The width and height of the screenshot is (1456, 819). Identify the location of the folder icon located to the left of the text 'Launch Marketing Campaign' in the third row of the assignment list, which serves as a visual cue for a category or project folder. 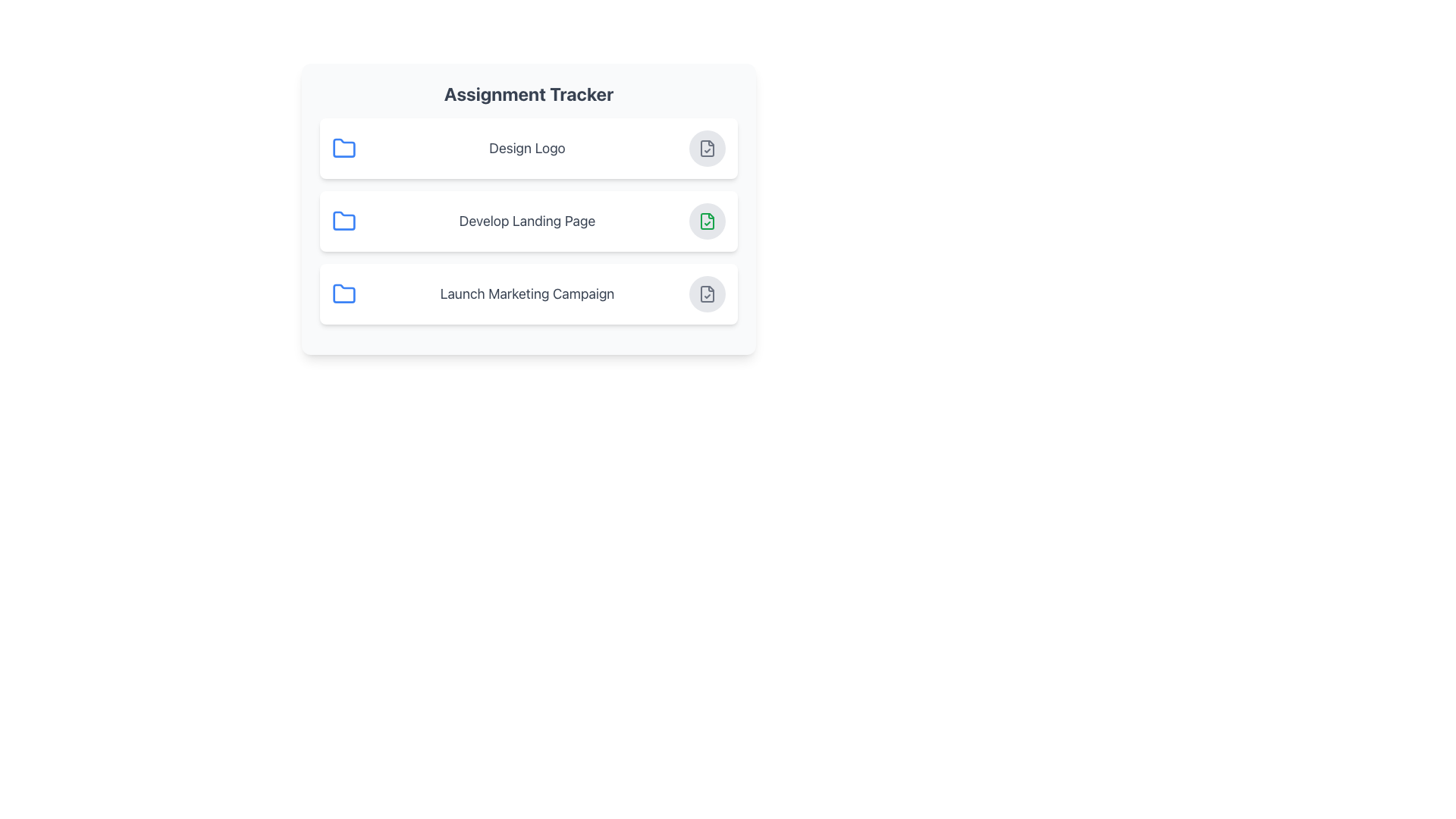
(344, 294).